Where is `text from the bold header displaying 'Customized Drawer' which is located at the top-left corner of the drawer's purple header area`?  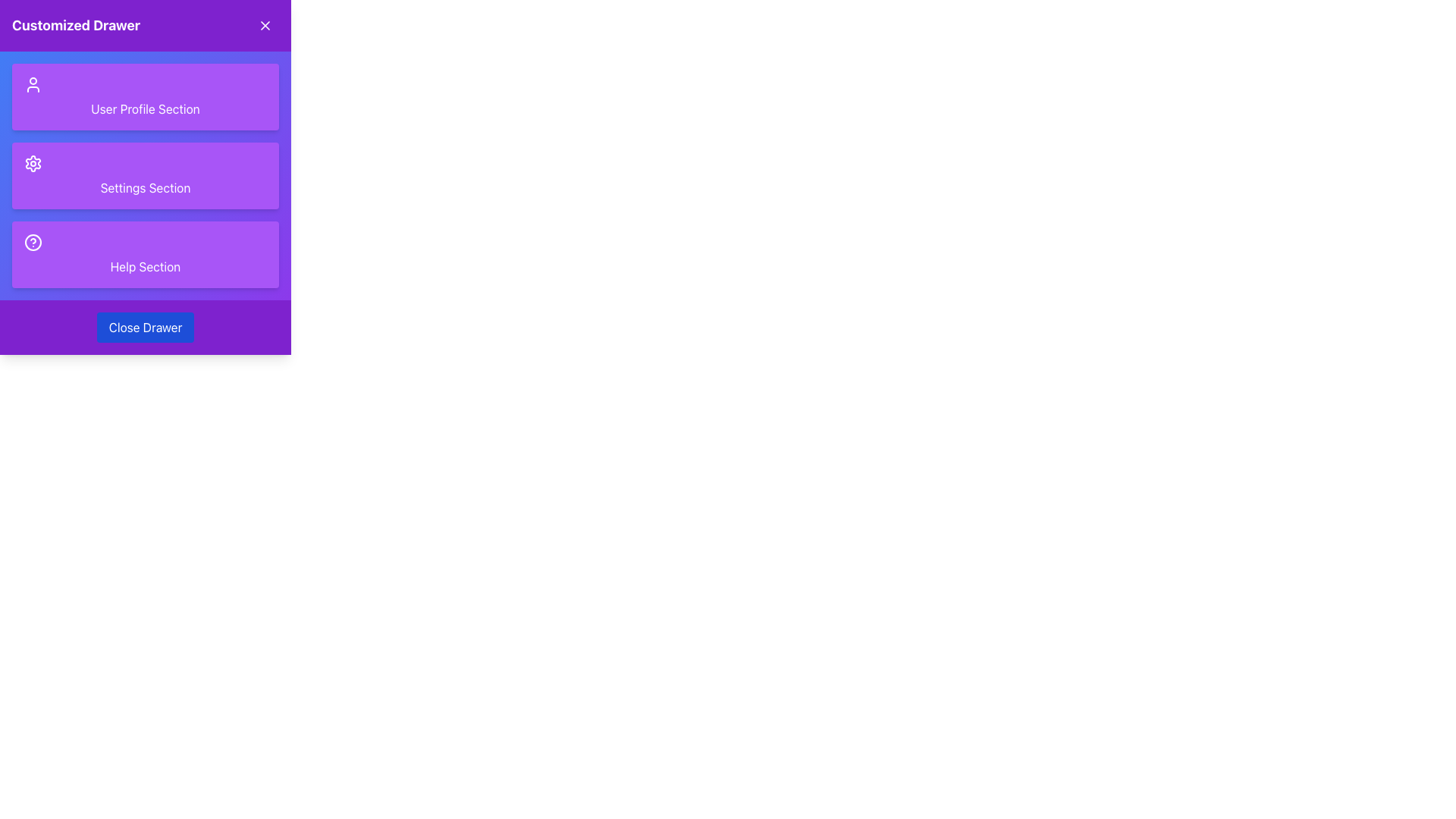 text from the bold header displaying 'Customized Drawer' which is located at the top-left corner of the drawer's purple header area is located at coordinates (75, 26).